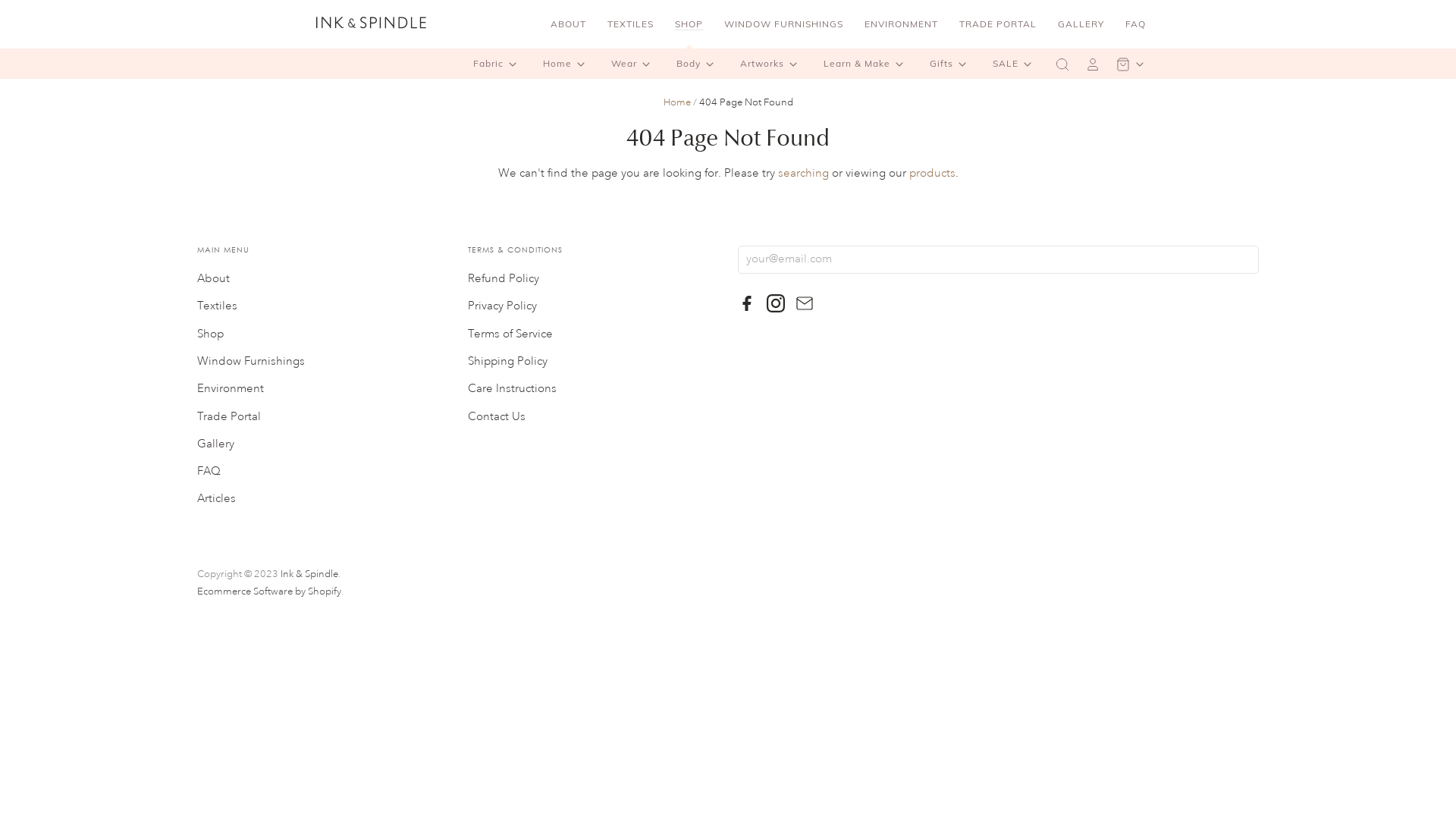 This screenshot has height=819, width=1456. I want to click on 'GALLERY', so click(1080, 24).